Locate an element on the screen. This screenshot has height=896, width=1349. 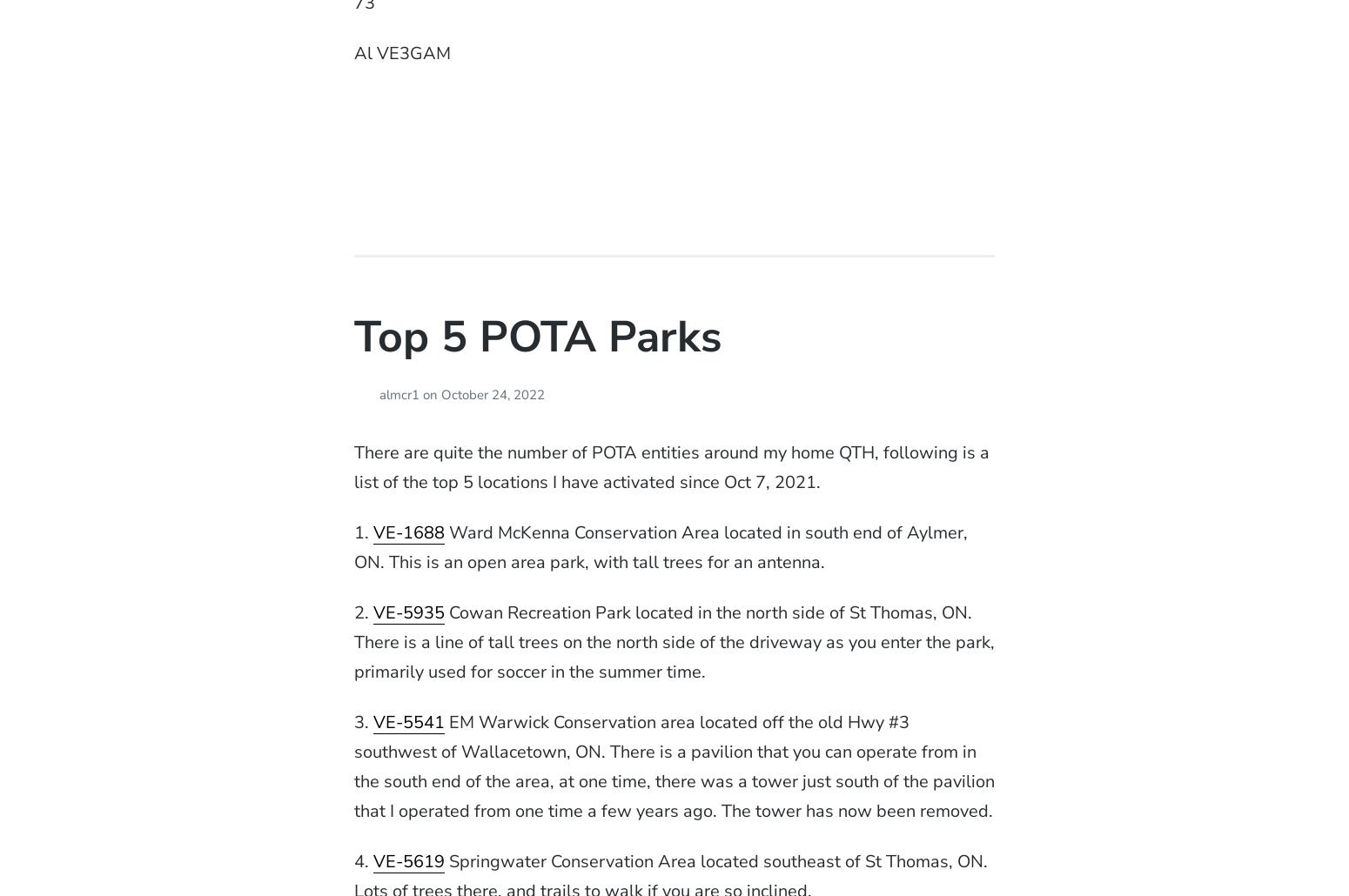
'Al VE3GAM' is located at coordinates (401, 53).